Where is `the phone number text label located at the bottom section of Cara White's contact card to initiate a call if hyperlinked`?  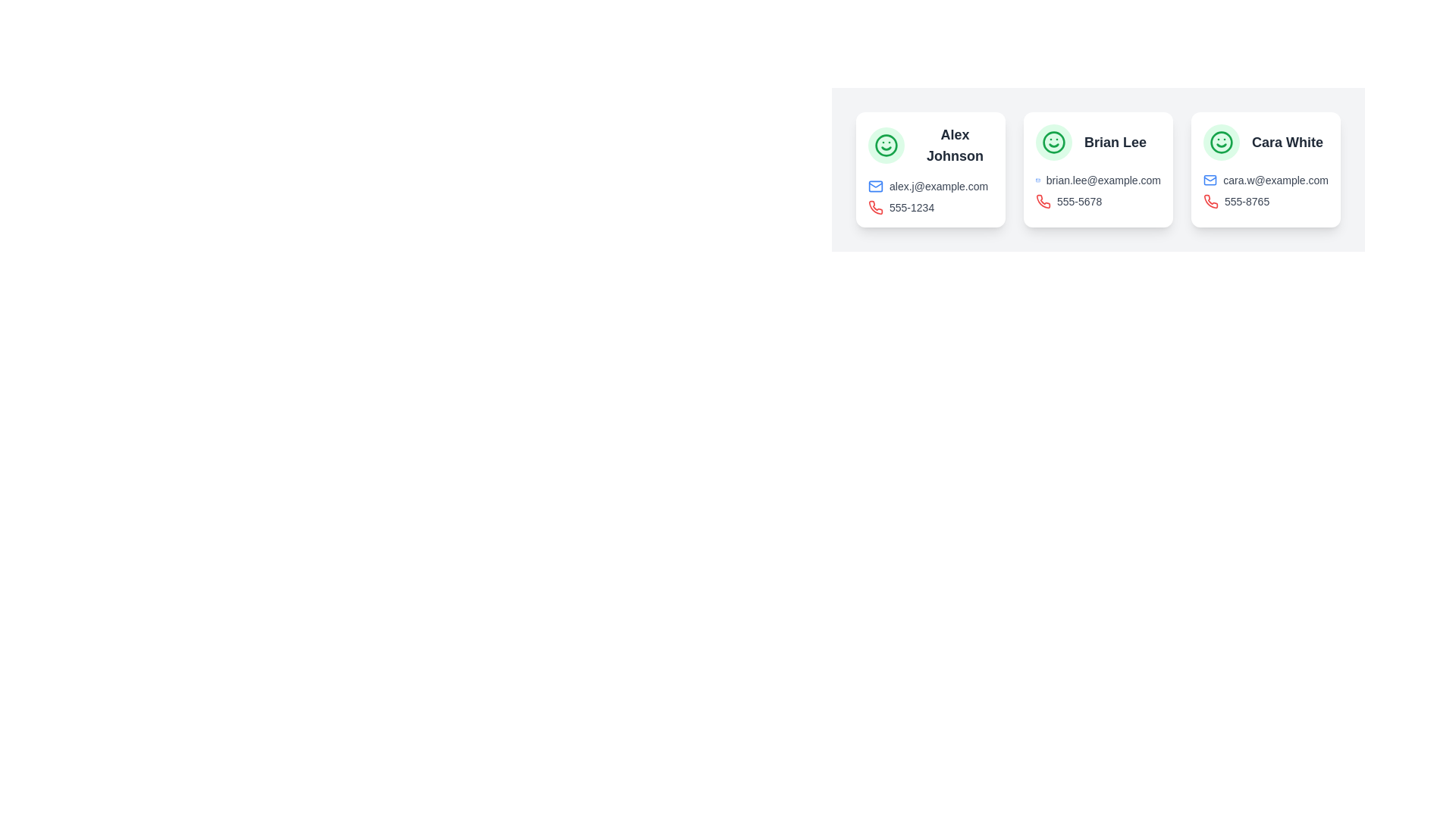 the phone number text label located at the bottom section of Cara White's contact card to initiate a call if hyperlinked is located at coordinates (1247, 201).